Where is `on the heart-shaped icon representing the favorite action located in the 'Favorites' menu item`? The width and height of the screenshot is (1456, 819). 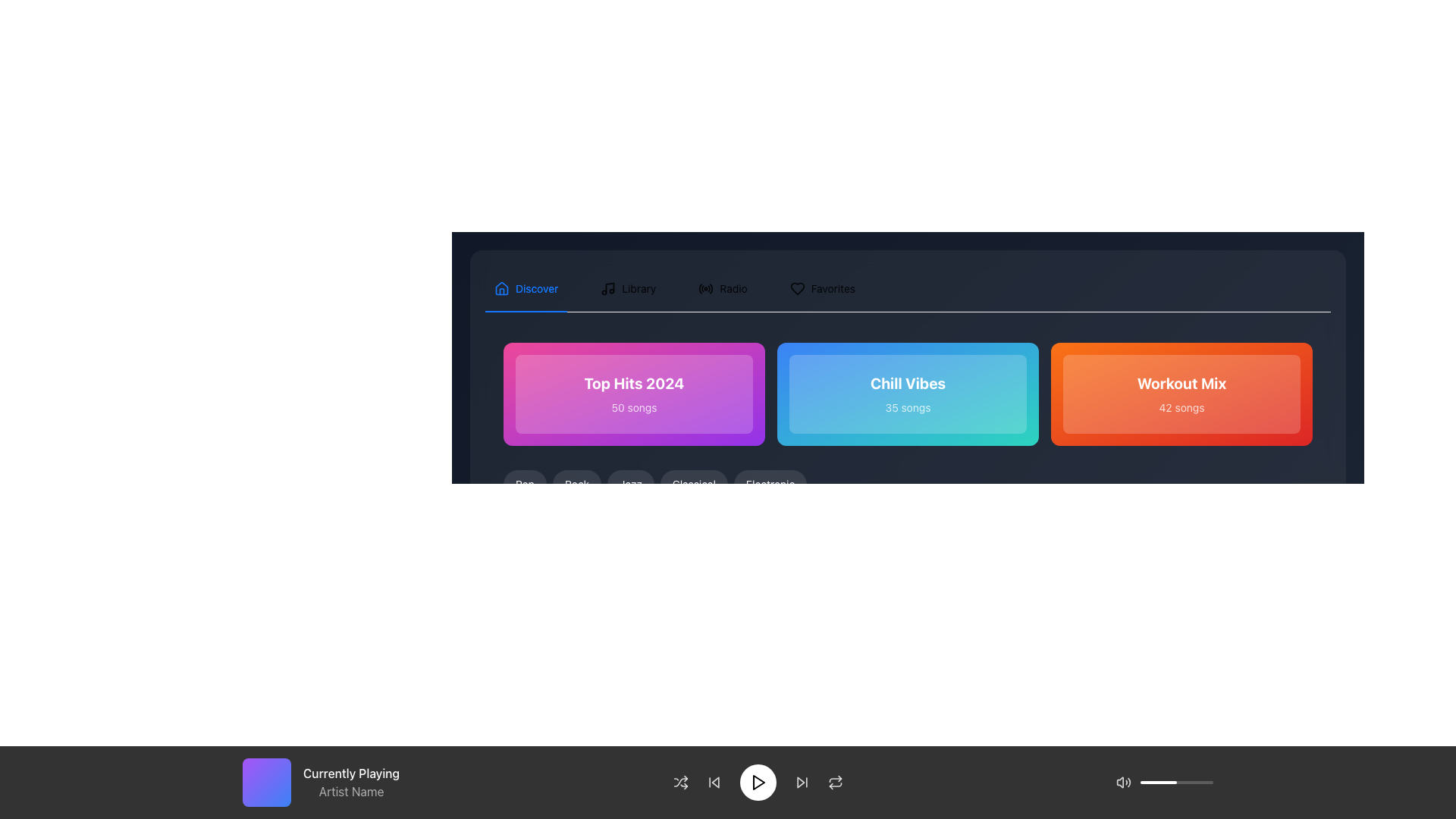
on the heart-shaped icon representing the favorite action located in the 'Favorites' menu item is located at coordinates (796, 289).